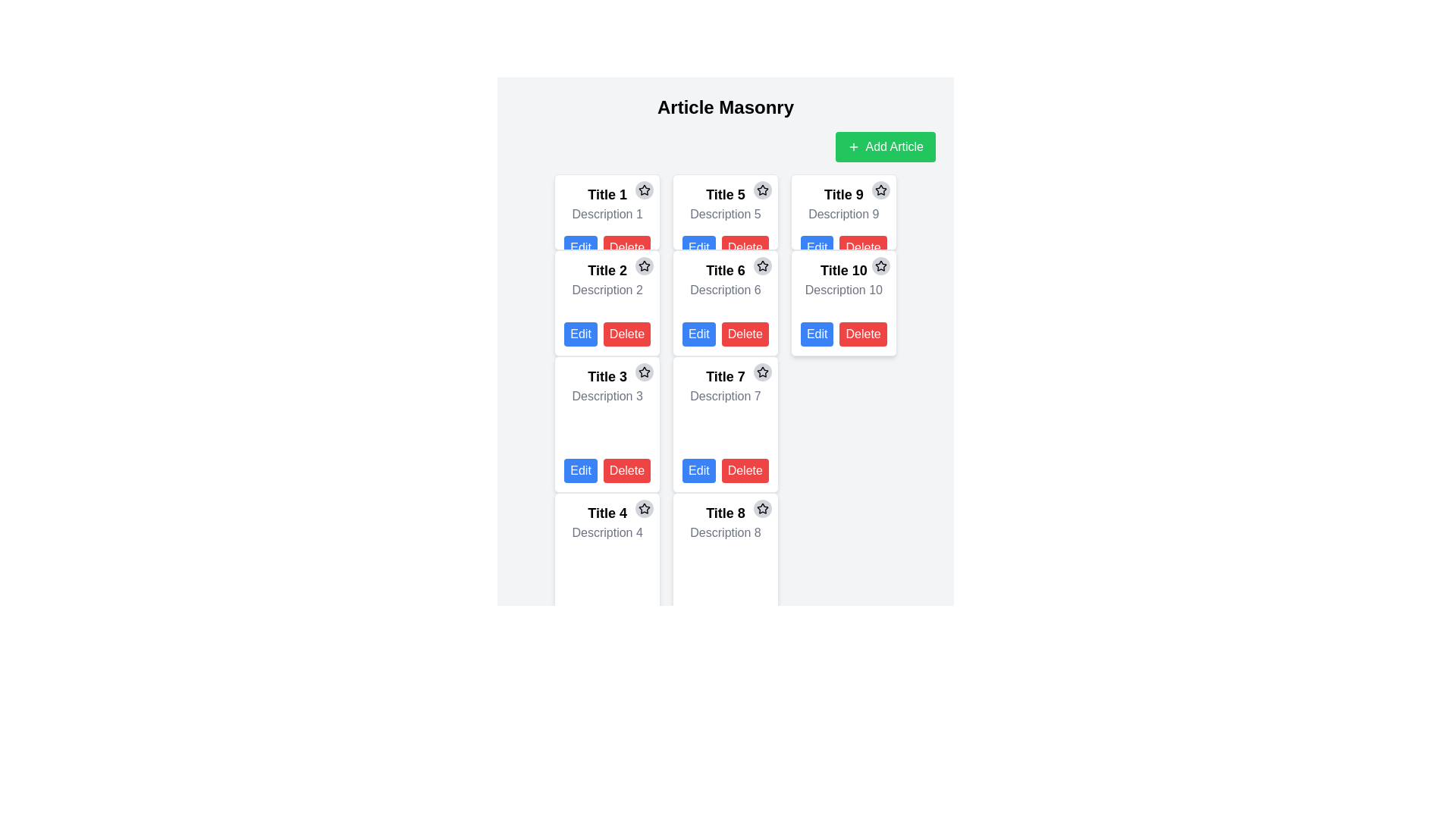 The image size is (1456, 819). Describe the element at coordinates (843, 333) in the screenshot. I see `the 'Edit' and 'Delete' buttons in the button group located at the bottom-right of the card under 'Title 10' and 'Description 10'` at that location.